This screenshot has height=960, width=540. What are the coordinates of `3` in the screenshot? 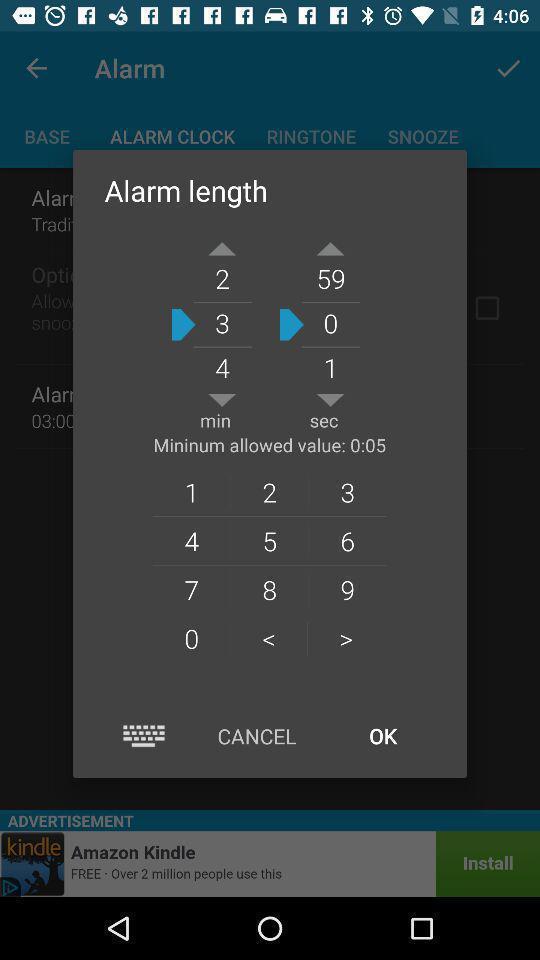 It's located at (346, 491).